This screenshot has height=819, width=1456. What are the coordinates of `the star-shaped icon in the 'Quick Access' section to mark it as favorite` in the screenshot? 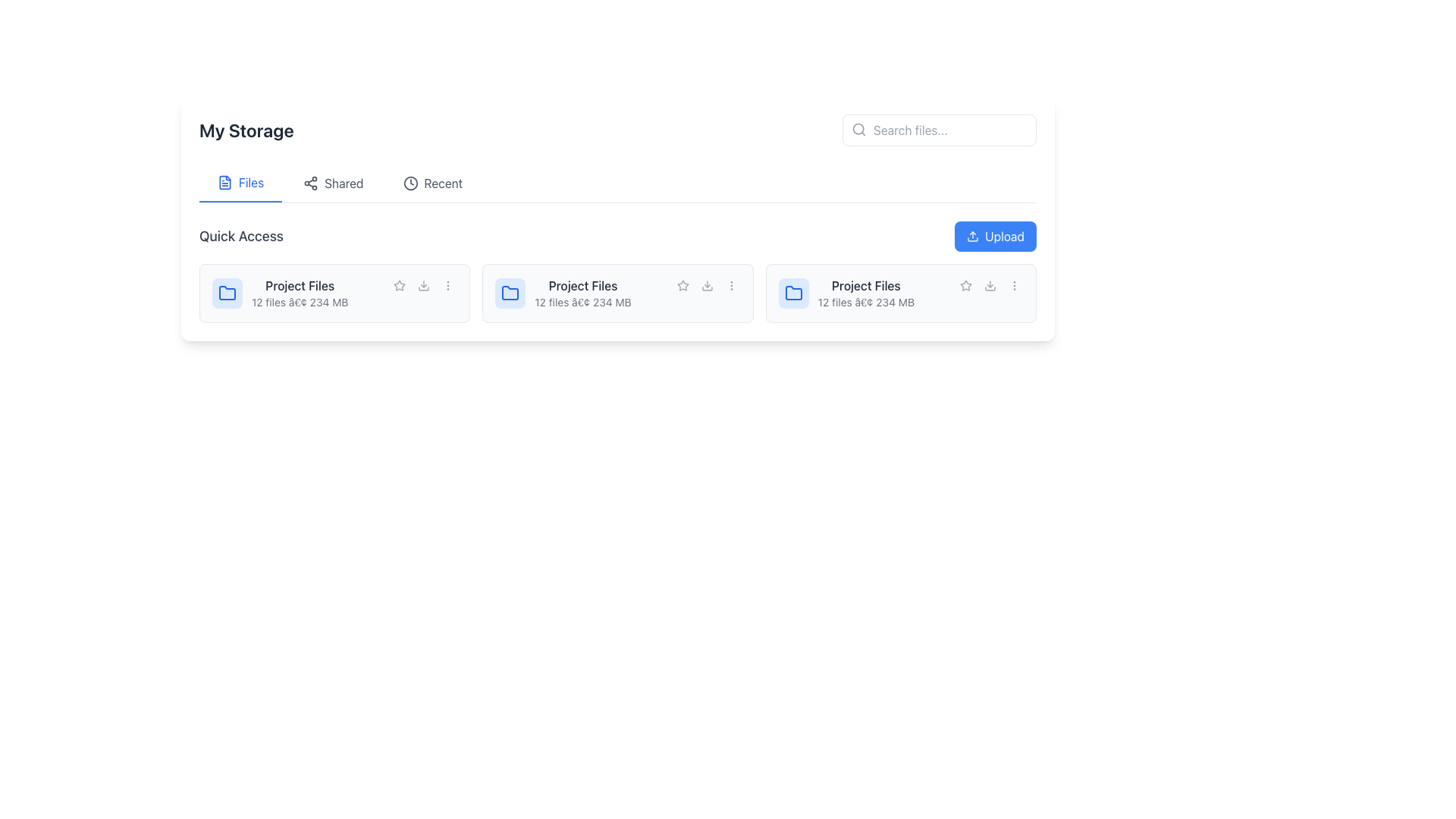 It's located at (682, 285).